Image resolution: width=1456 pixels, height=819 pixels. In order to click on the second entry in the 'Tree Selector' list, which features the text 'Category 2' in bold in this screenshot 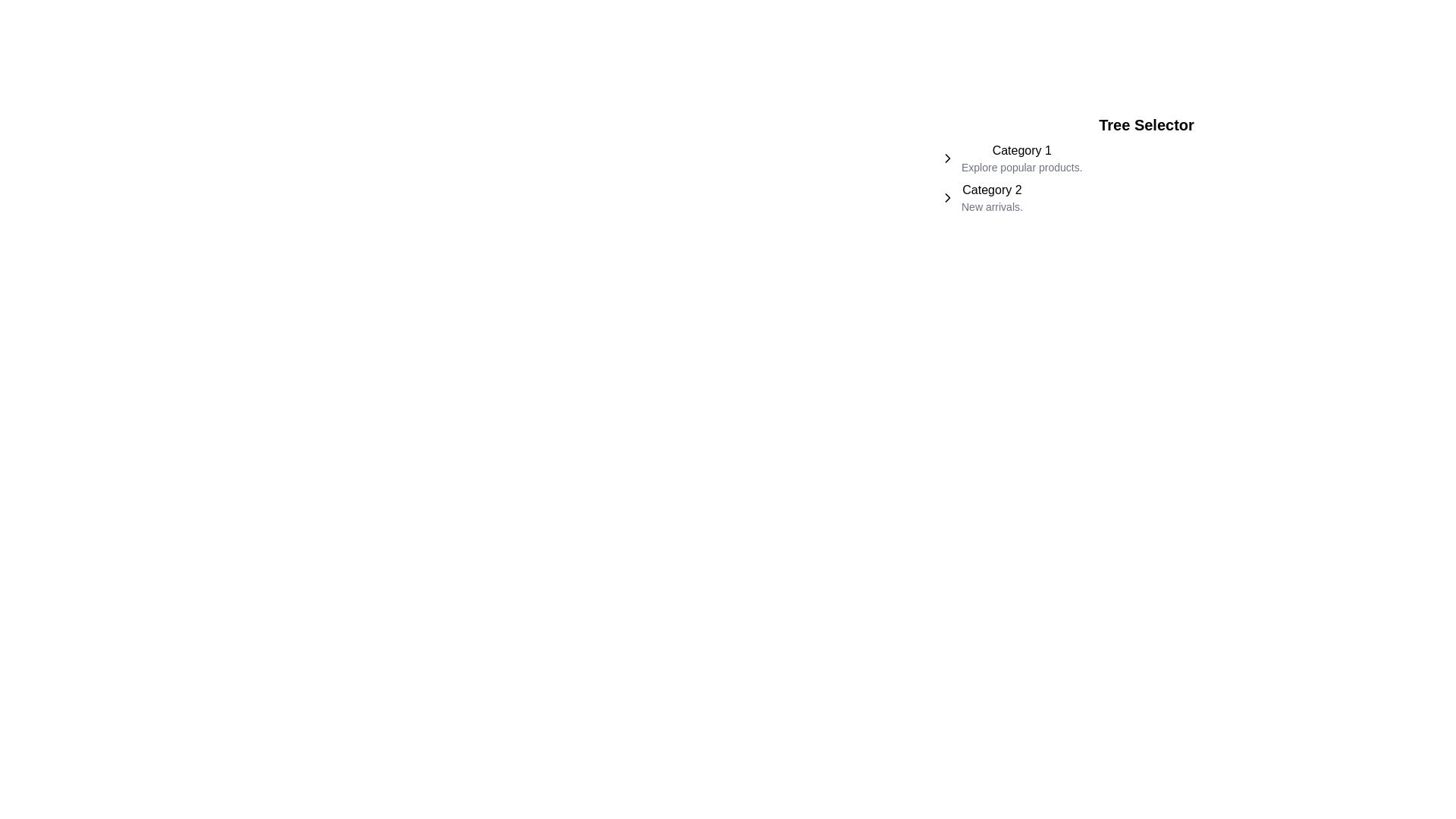, I will do `click(992, 197)`.